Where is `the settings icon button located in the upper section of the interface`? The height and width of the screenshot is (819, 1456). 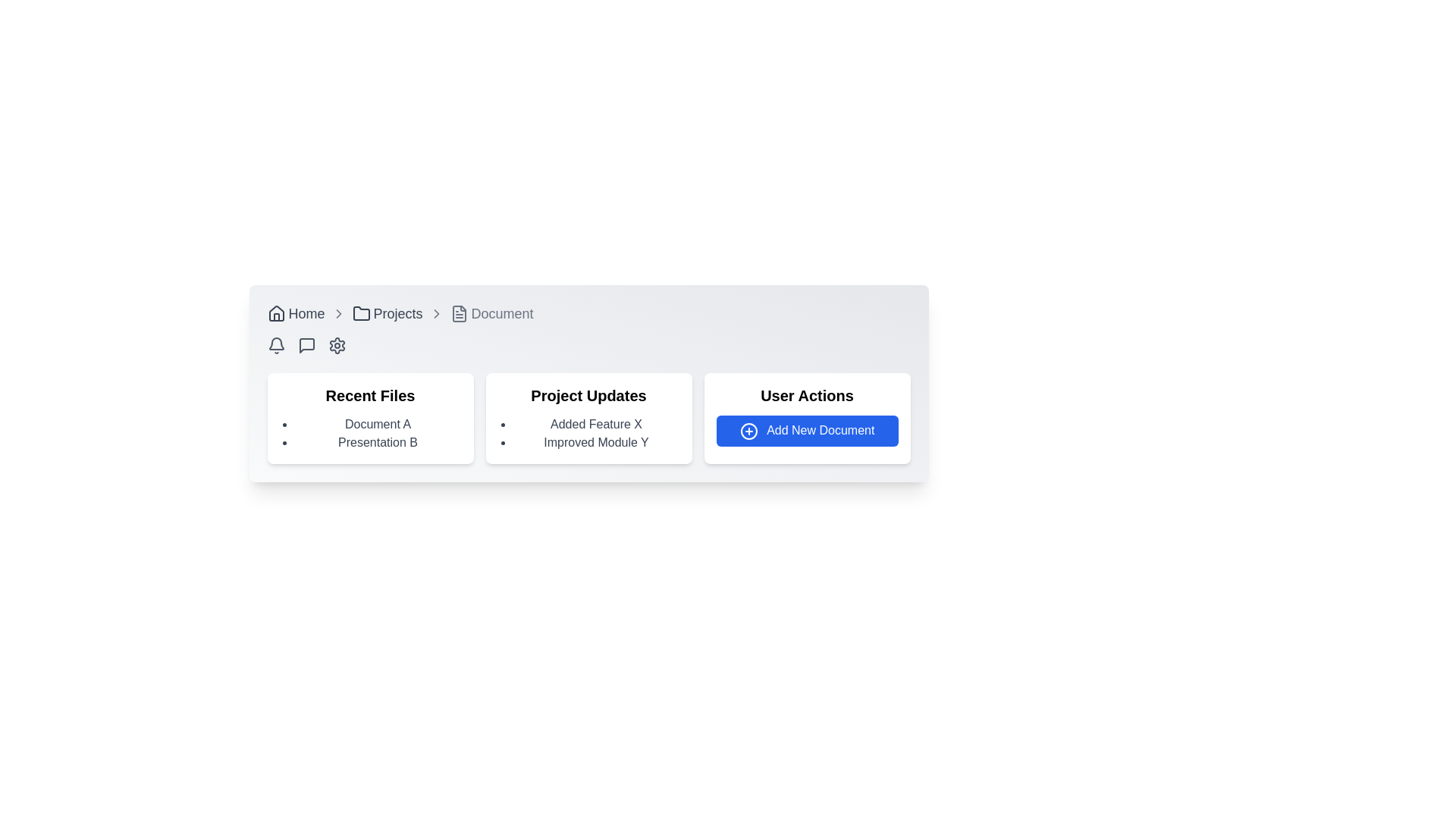
the settings icon button located in the upper section of the interface is located at coordinates (336, 345).